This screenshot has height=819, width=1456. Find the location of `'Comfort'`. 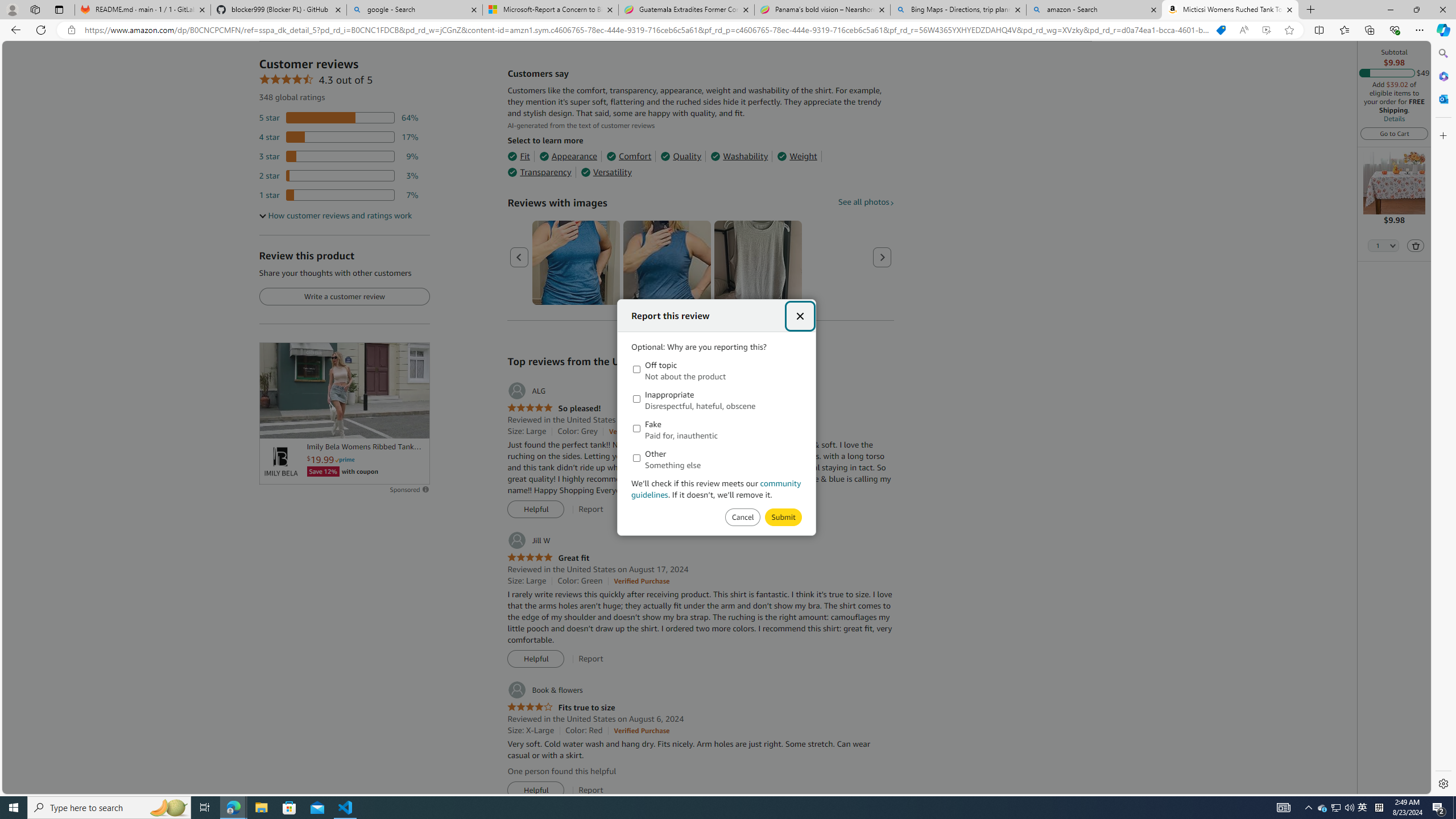

'Comfort' is located at coordinates (628, 156).